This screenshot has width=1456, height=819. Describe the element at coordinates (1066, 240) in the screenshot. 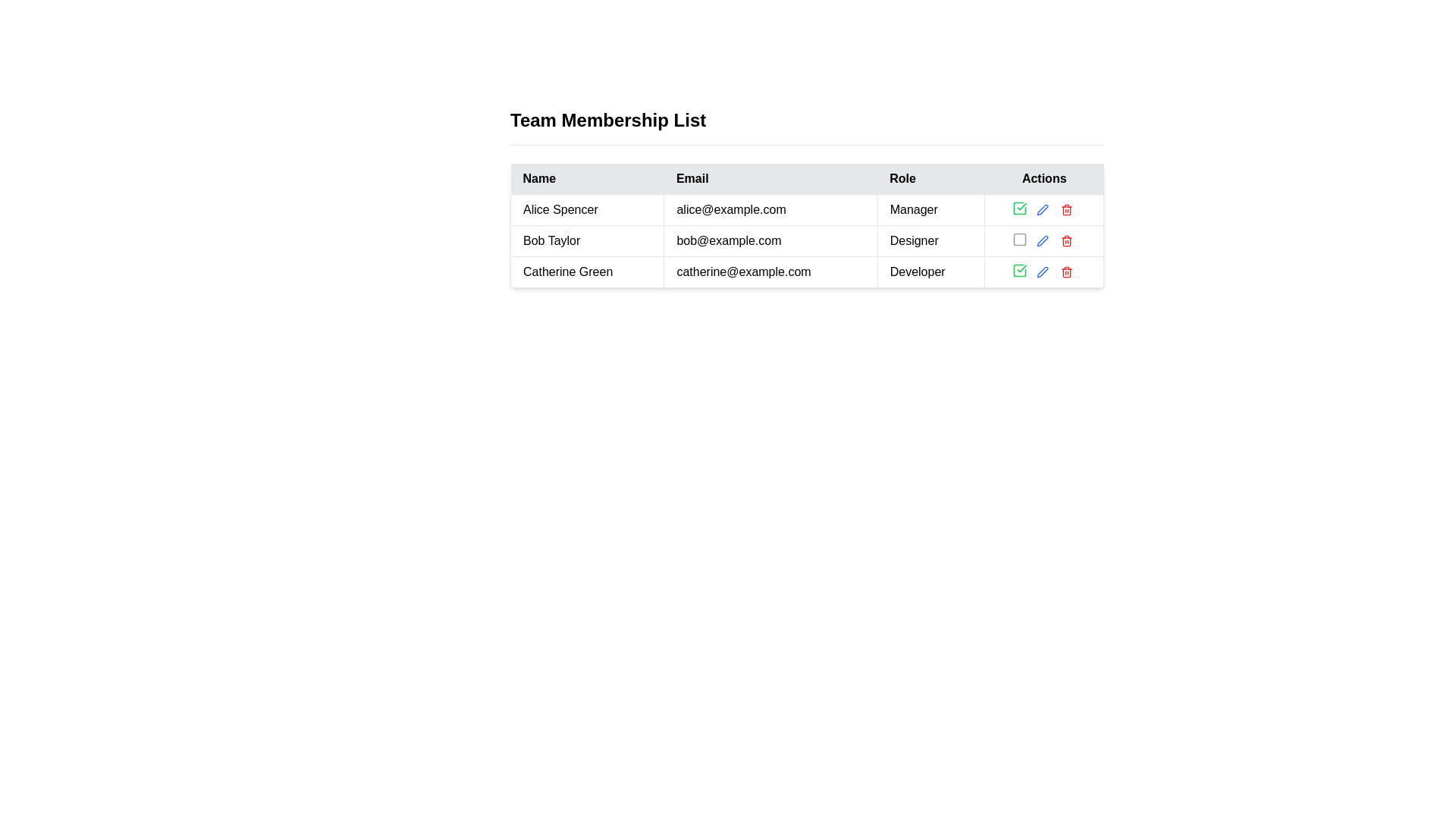

I see `the red trash bin icon in the 'Actions' column of the table row for 'Bob Taylor' to initiate the delete action` at that location.